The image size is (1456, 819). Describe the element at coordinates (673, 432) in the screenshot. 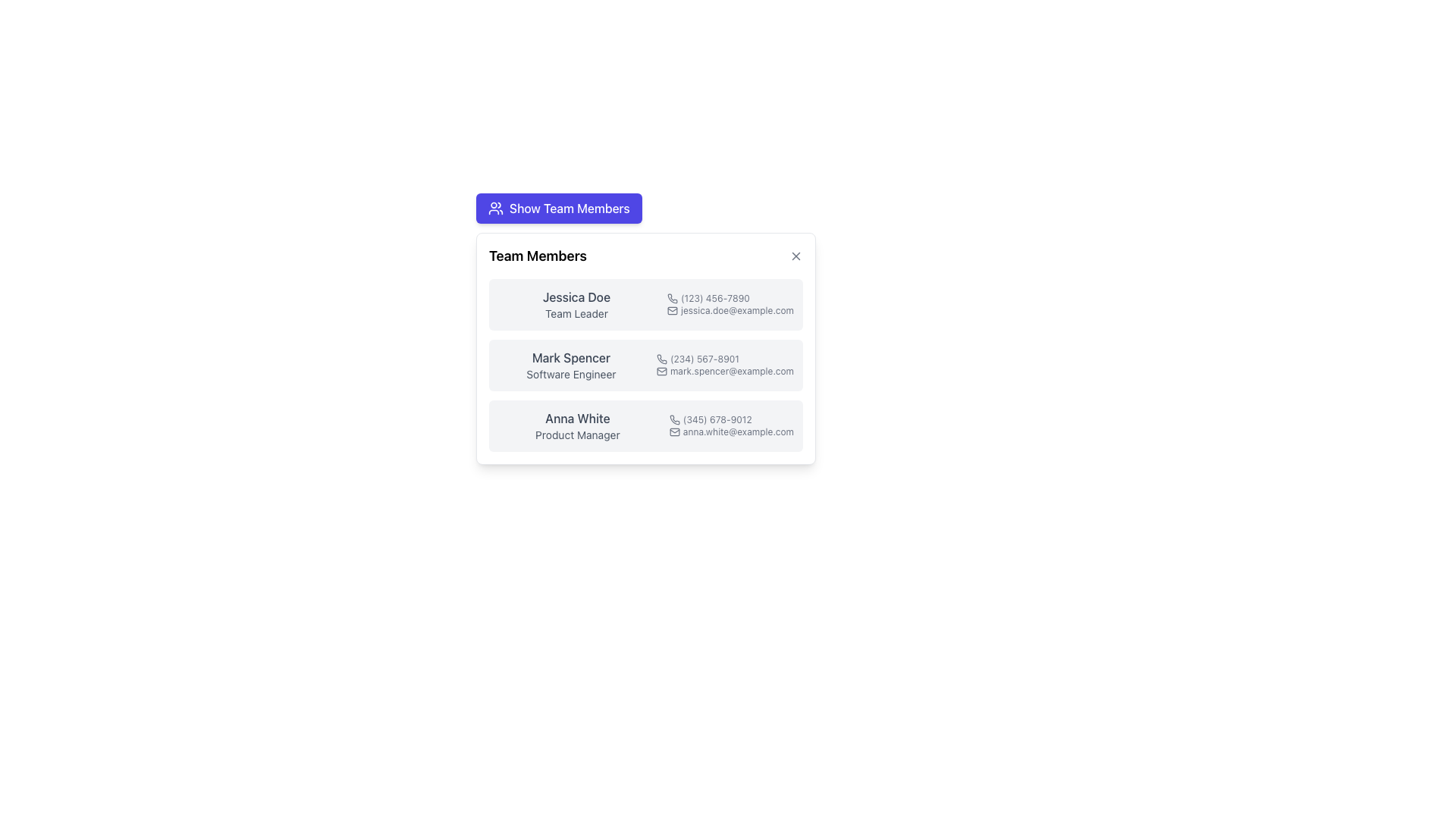

I see `the mail envelope icon located at the start of the email text 'anna.white@example.com' in the third row under 'Anna White' in the 'Team Members' pop-up panel` at that location.